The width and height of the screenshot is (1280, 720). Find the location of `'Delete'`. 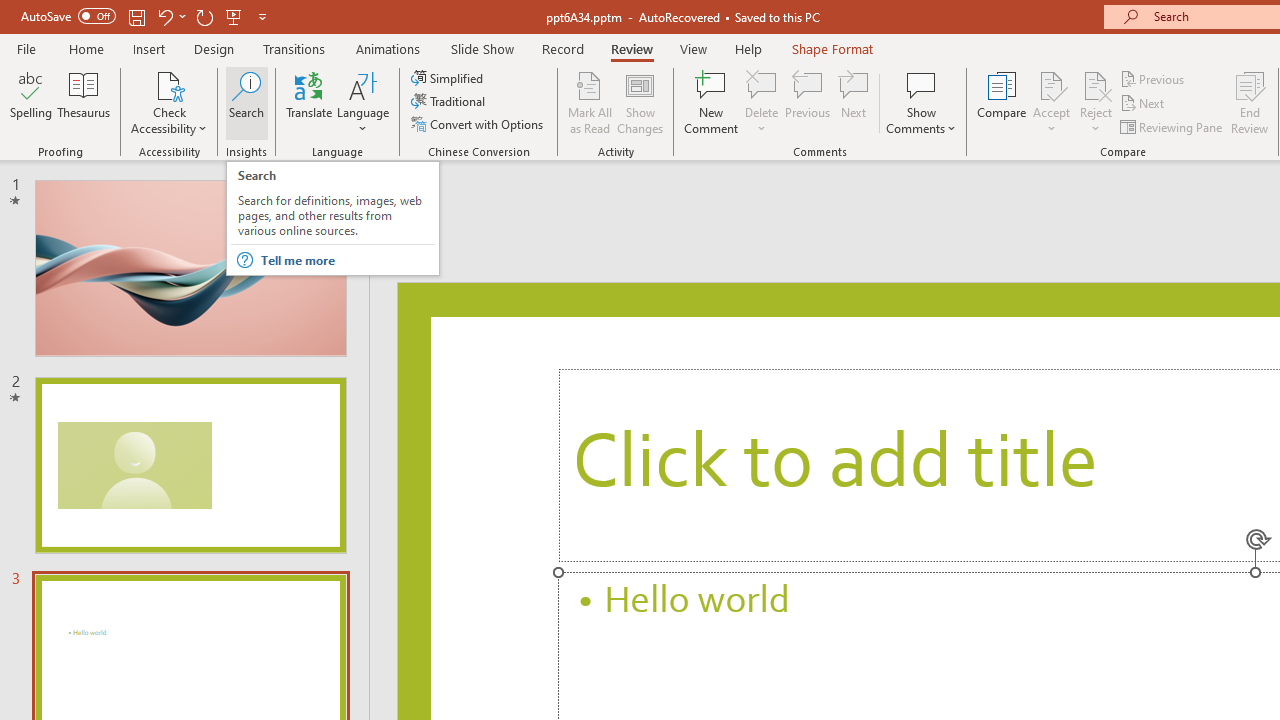

'Delete' is located at coordinates (761, 84).